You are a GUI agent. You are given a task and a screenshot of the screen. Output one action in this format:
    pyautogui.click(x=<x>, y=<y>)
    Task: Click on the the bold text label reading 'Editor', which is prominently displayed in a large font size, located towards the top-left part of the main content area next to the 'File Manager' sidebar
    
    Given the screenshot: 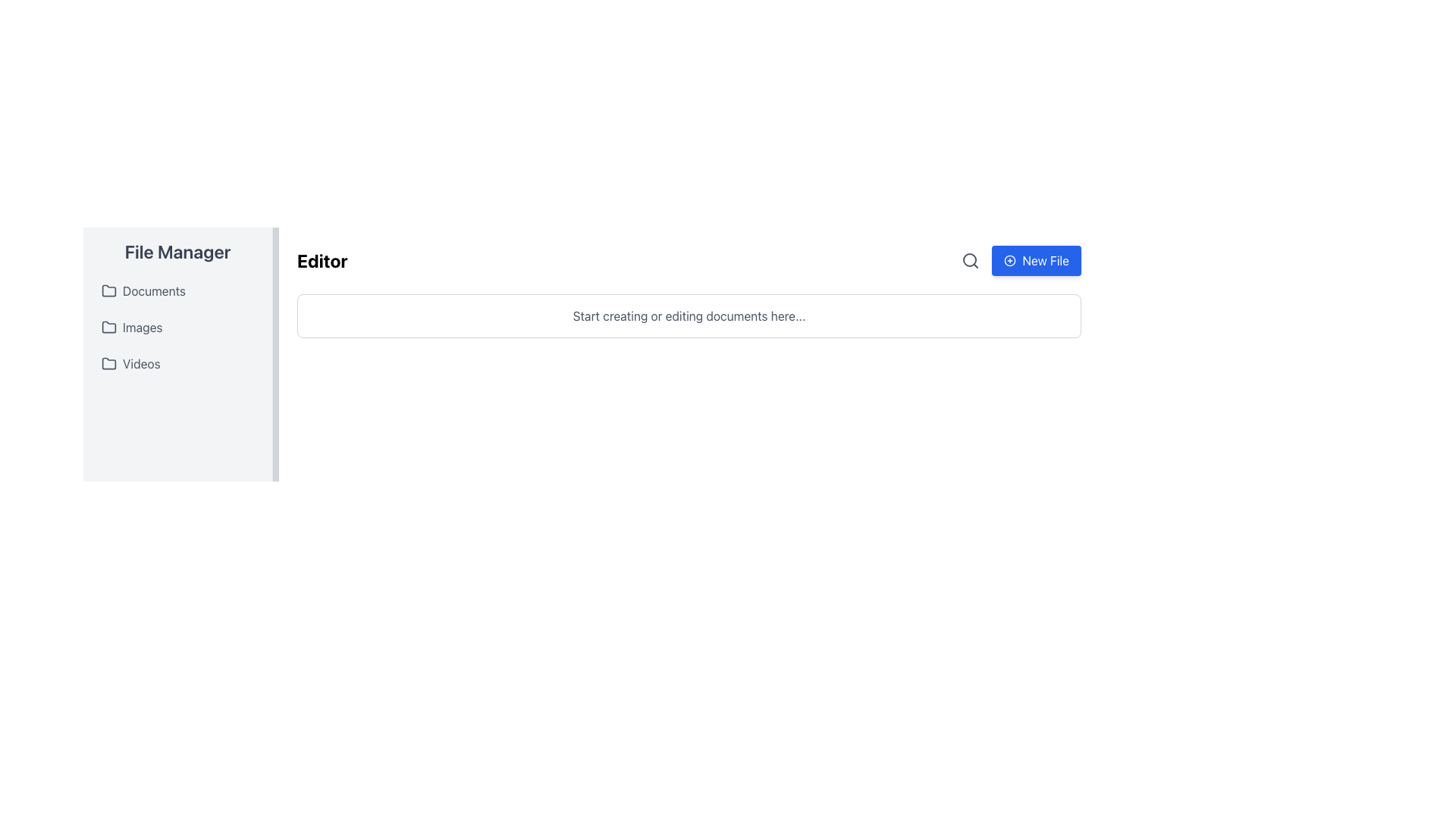 What is the action you would take?
    pyautogui.click(x=322, y=259)
    